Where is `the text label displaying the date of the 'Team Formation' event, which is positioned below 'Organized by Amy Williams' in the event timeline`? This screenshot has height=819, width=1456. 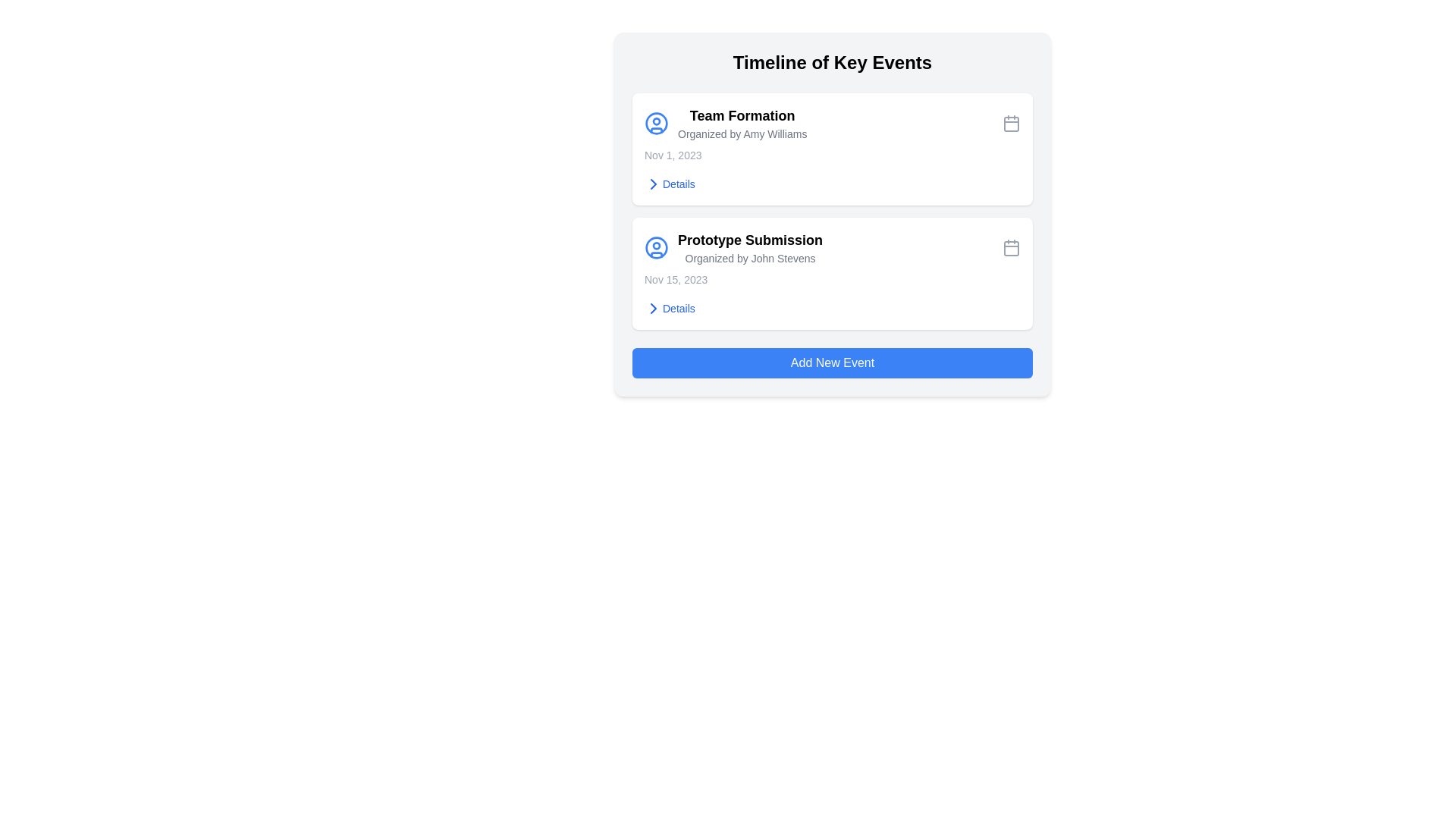 the text label displaying the date of the 'Team Formation' event, which is positioned below 'Organized by Amy Williams' in the event timeline is located at coordinates (672, 155).